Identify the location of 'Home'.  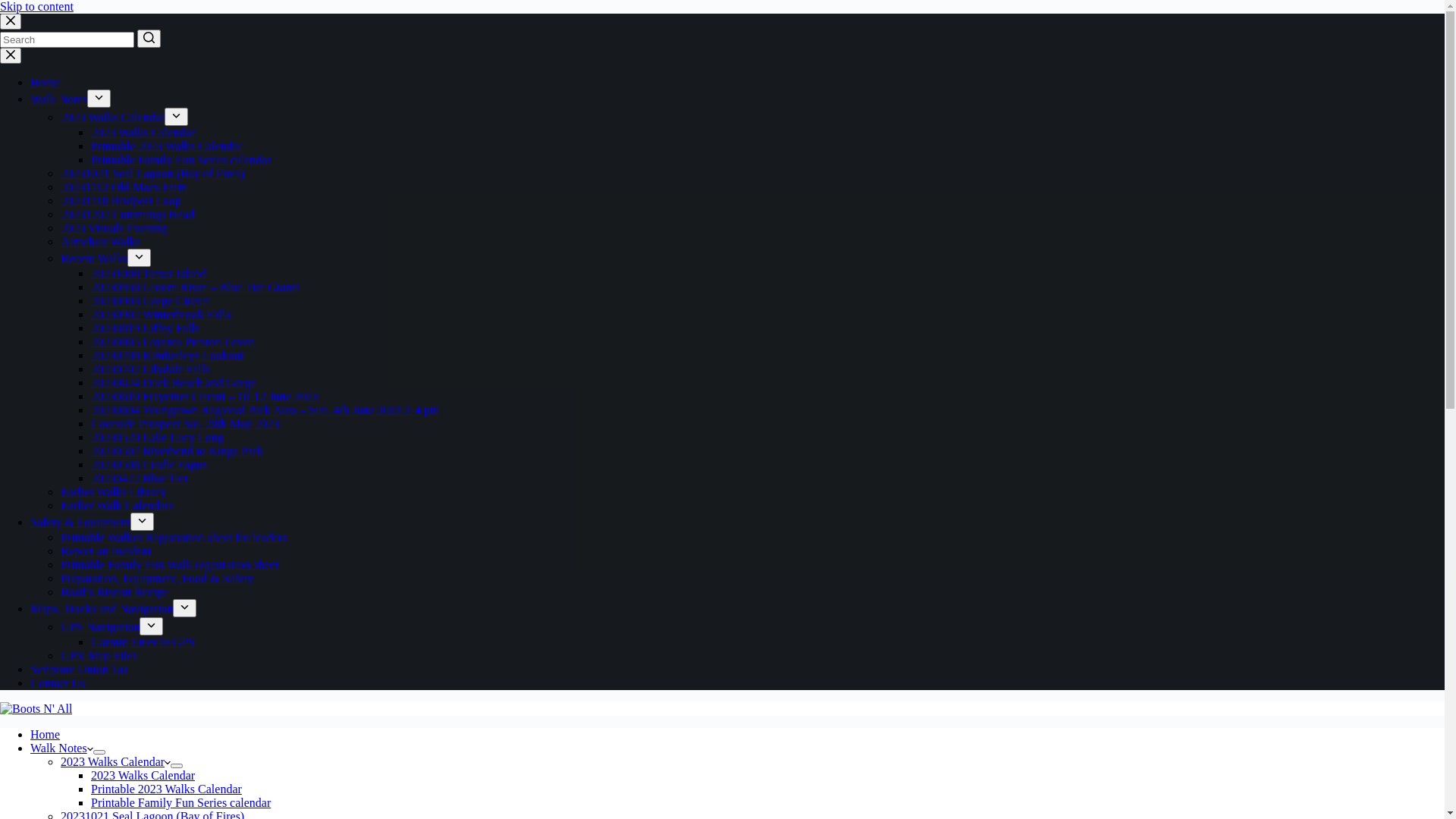
(45, 733).